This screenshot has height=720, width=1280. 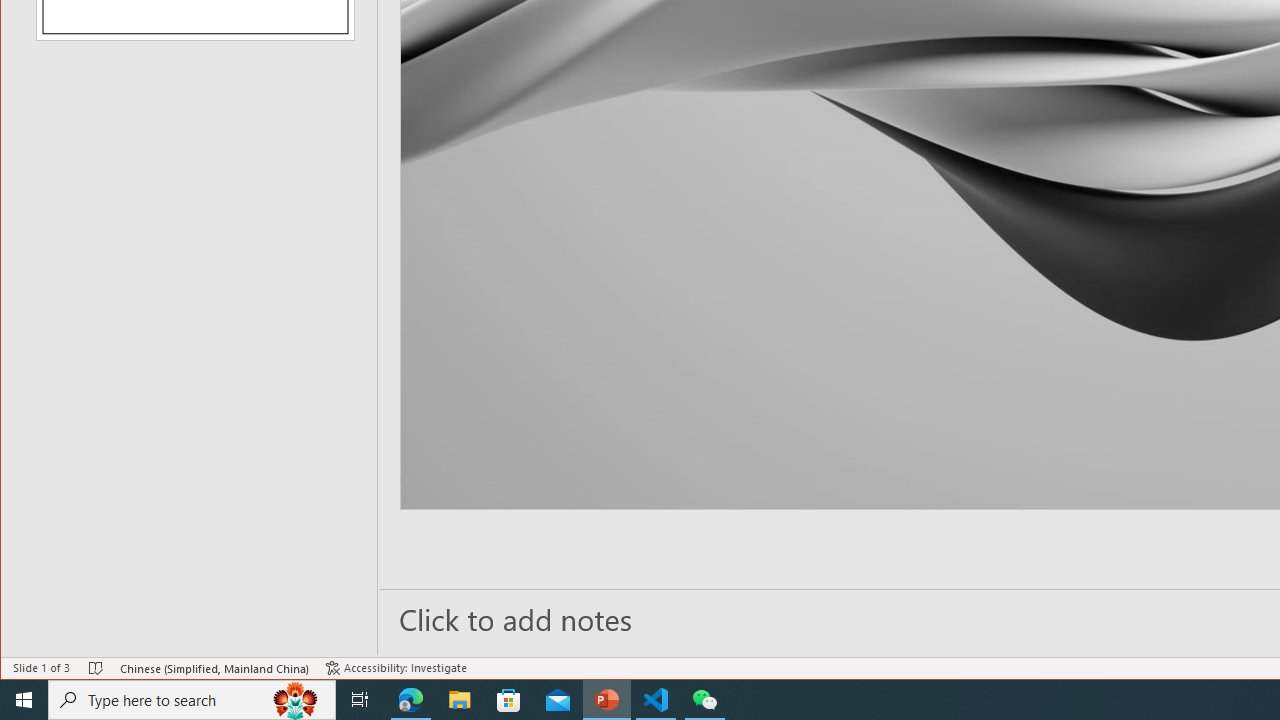 I want to click on 'Visual Studio Code - 1 running window', so click(x=656, y=698).